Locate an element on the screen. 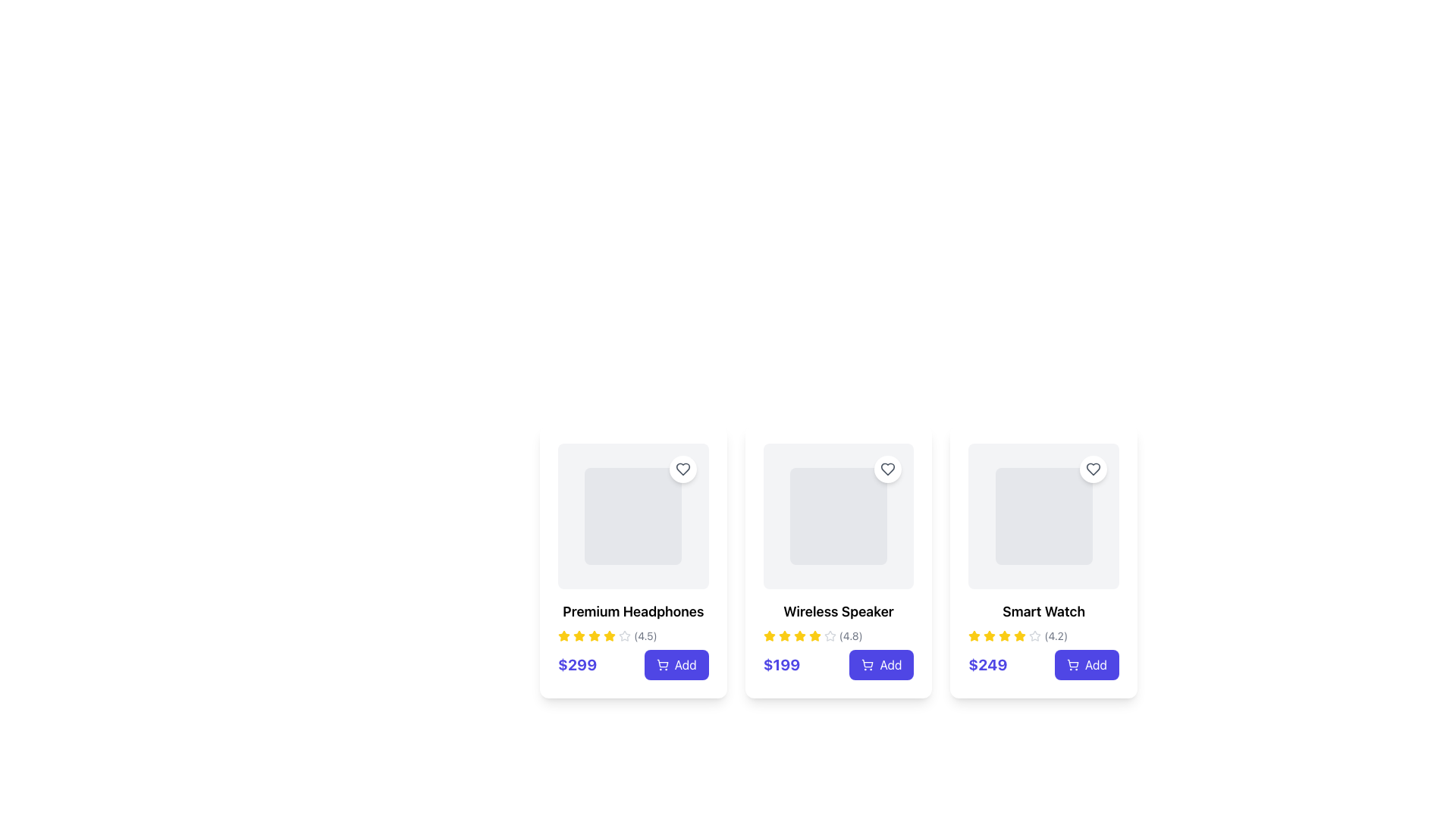 The width and height of the screenshot is (1456, 819). the first star icon in the rating component of the 'Wireless Speaker' product card, which is located in the second card from the left is located at coordinates (769, 636).